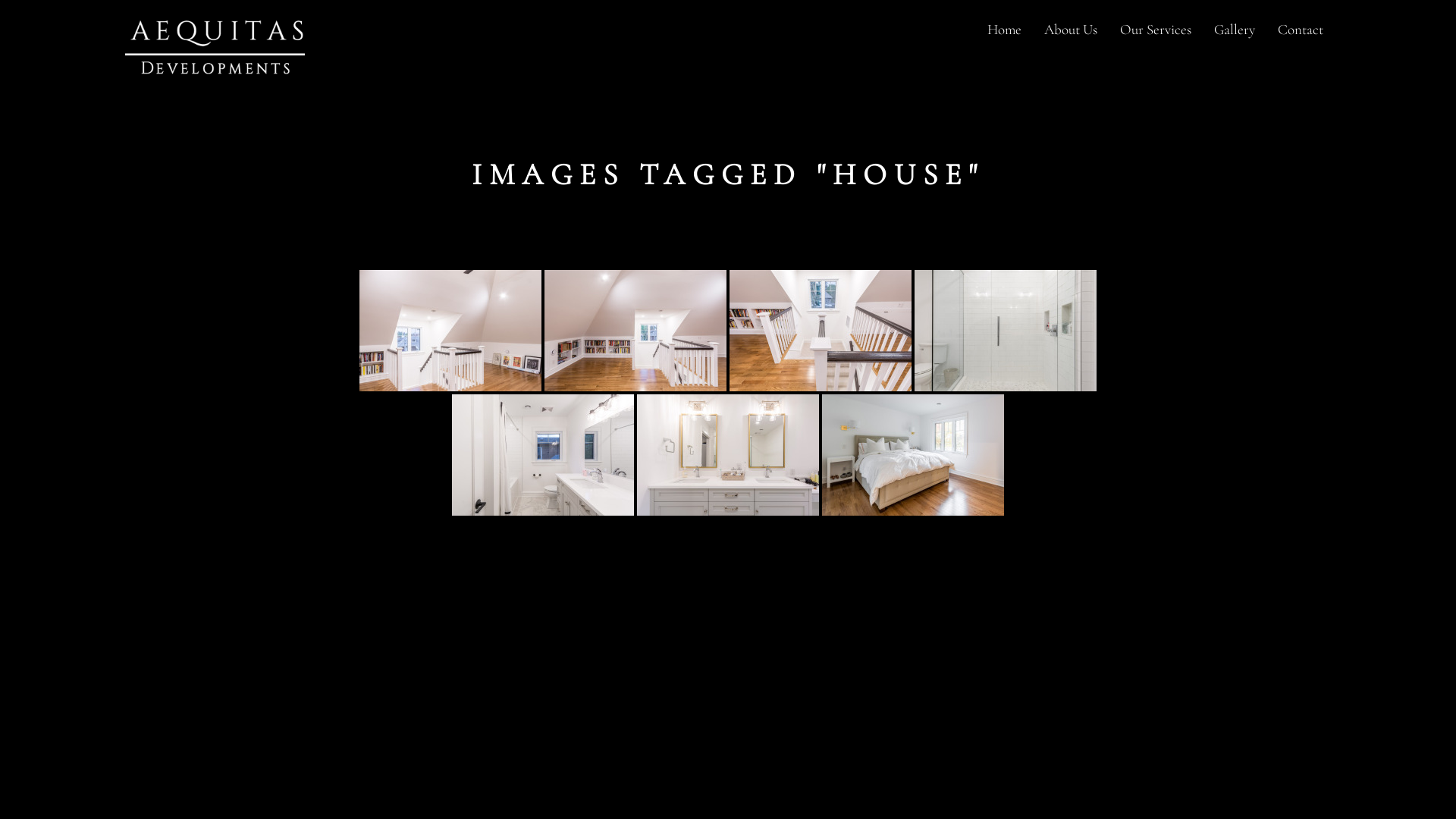 Image resolution: width=1456 pixels, height=819 pixels. Describe the element at coordinates (1234, 30) in the screenshot. I see `'Gallery'` at that location.